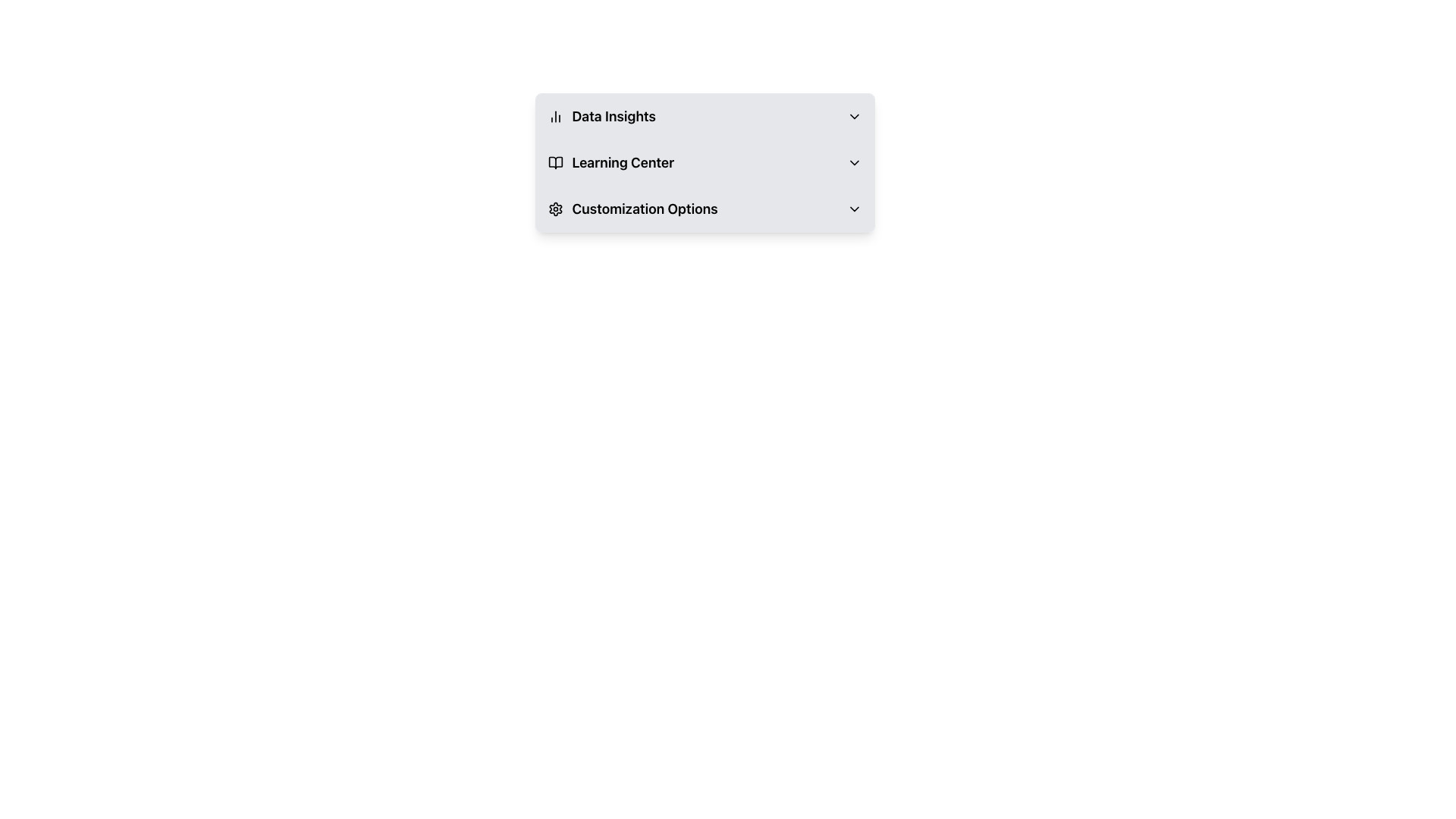  Describe the element at coordinates (554, 116) in the screenshot. I see `the small bar chart icon located to the immediate left of the 'Data Insights' text, which is part of a horizontally arranged group of menu items near the top-left corner of the interface` at that location.